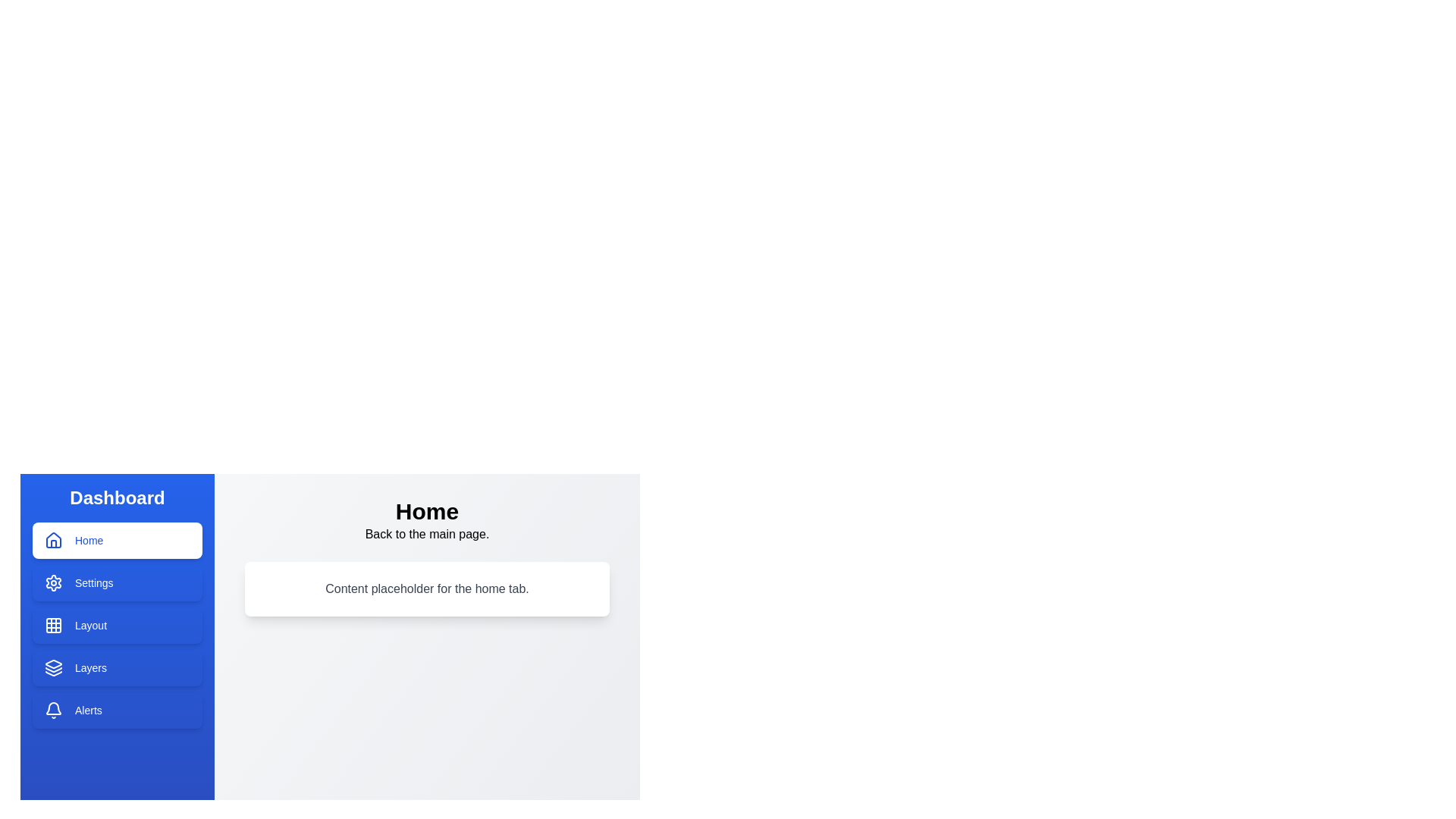 Image resolution: width=1456 pixels, height=819 pixels. I want to click on the Layers tab to switch the displayed content, so click(116, 667).